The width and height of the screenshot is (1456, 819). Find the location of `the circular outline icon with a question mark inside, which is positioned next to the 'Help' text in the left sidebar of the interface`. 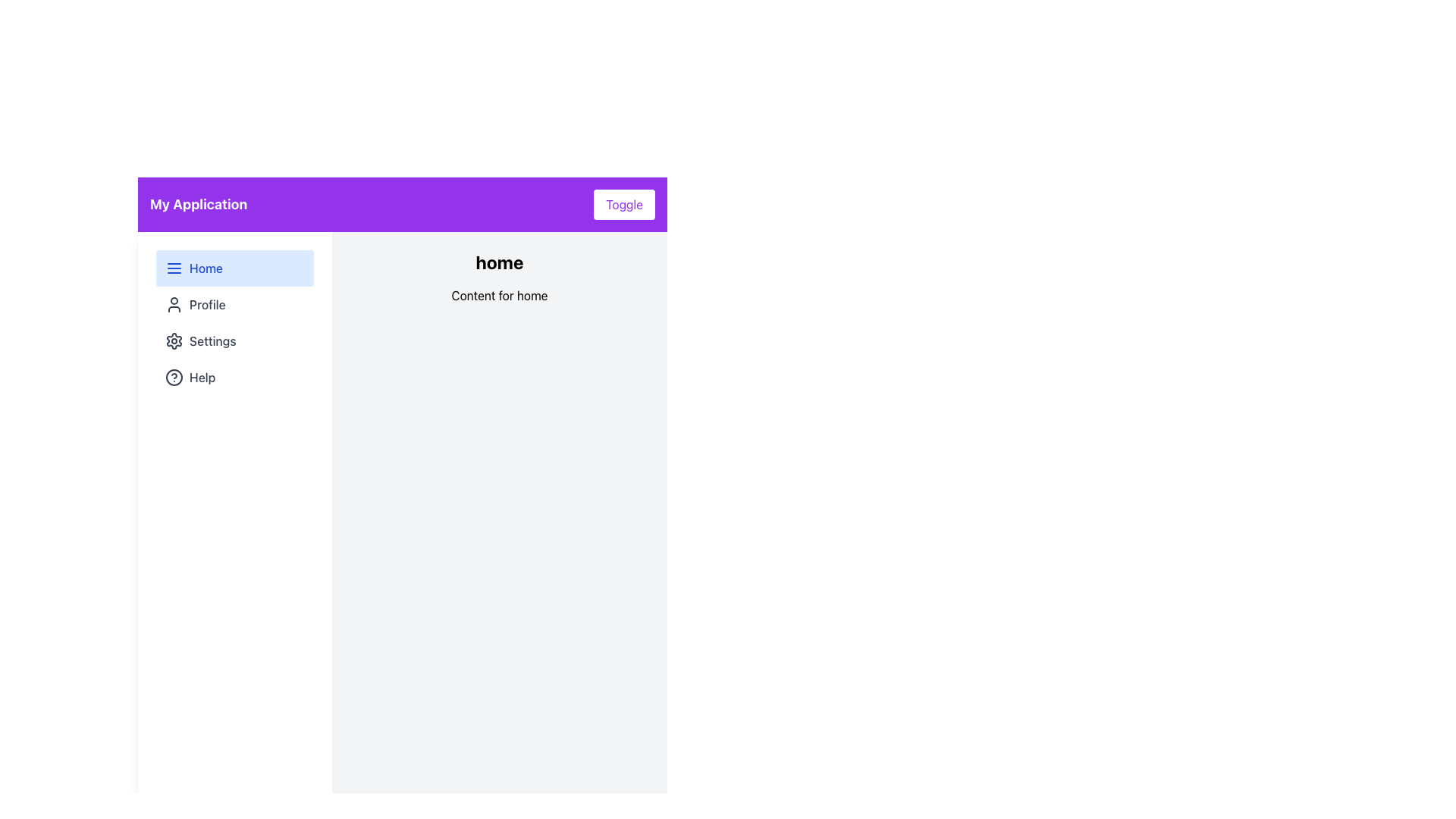

the circular outline icon with a question mark inside, which is positioned next to the 'Help' text in the left sidebar of the interface is located at coordinates (174, 376).